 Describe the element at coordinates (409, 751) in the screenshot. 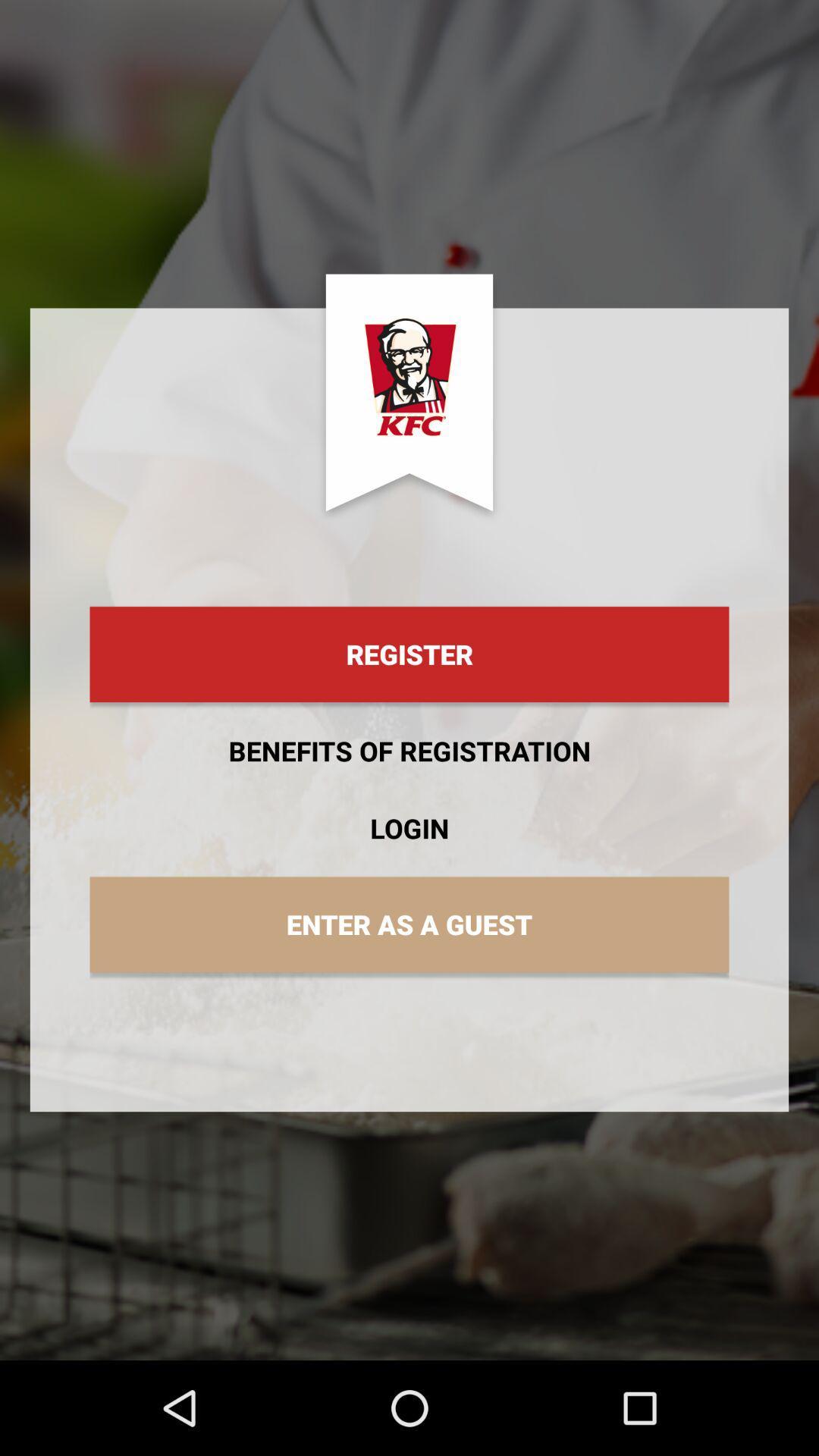

I see `benefits of registration item` at that location.